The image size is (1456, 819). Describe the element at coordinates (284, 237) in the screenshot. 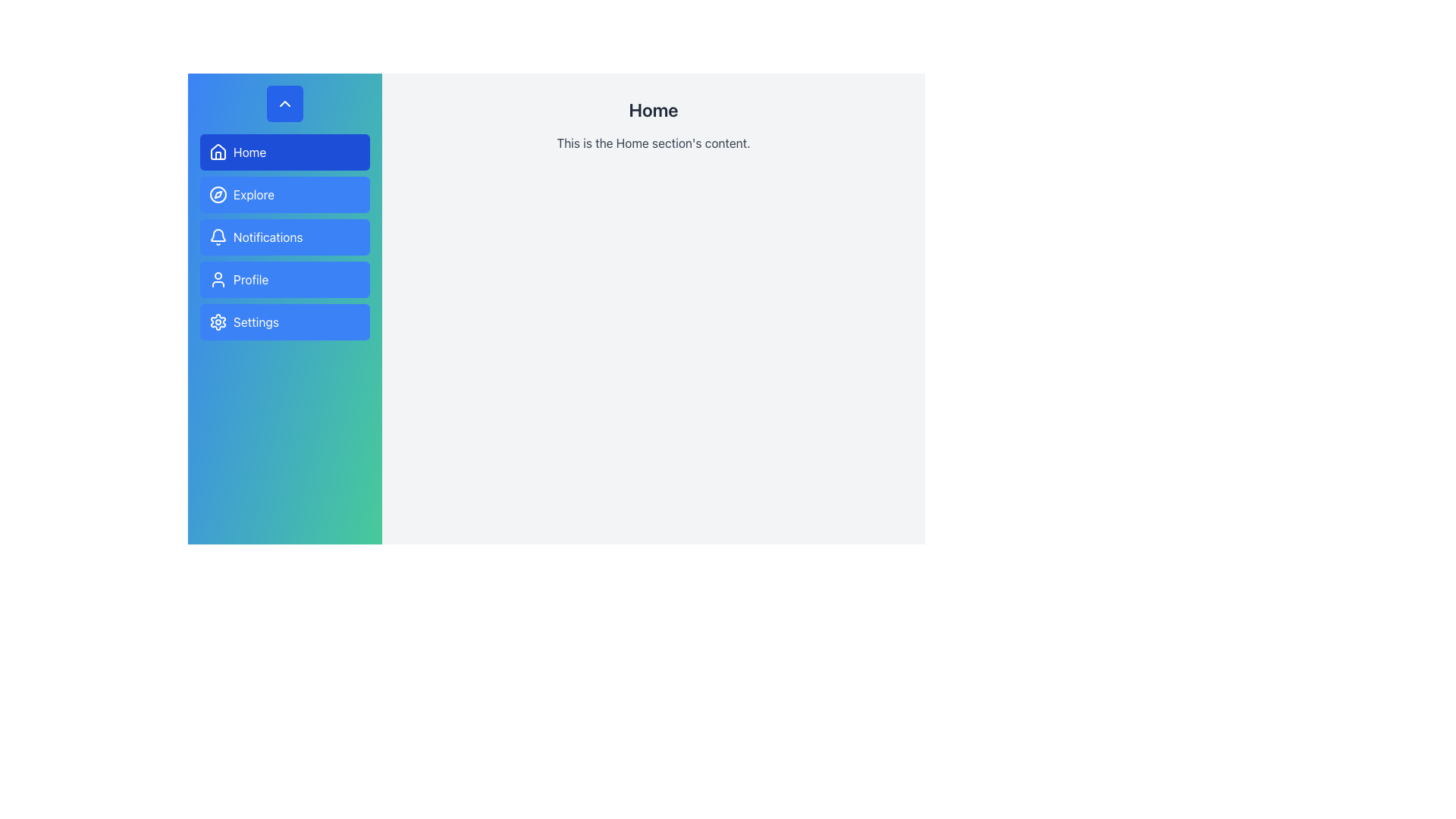

I see `the third button in the sidebar menu, which navigates to the Notifications section` at that location.